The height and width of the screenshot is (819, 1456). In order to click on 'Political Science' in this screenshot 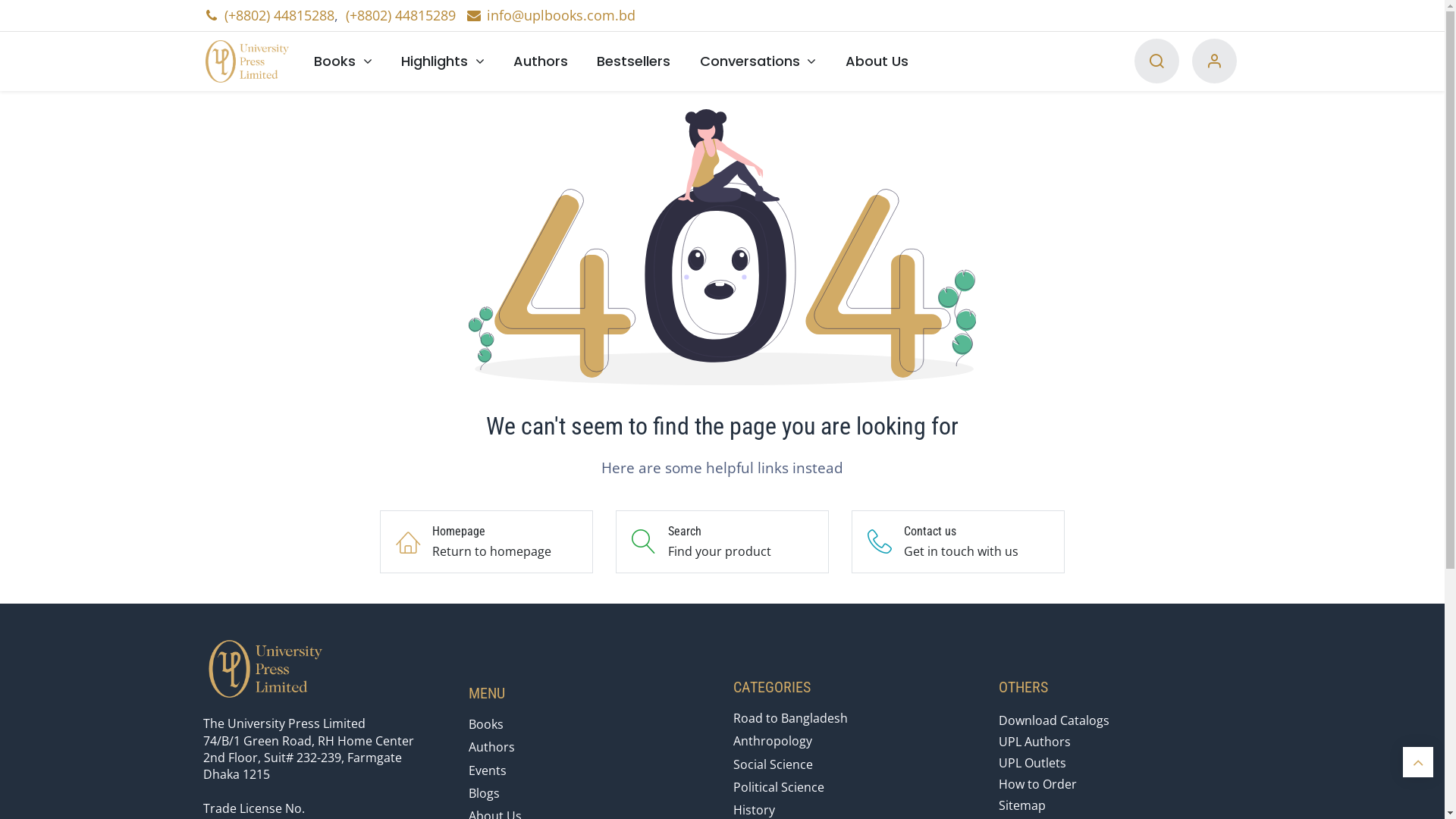, I will do `click(779, 786)`.